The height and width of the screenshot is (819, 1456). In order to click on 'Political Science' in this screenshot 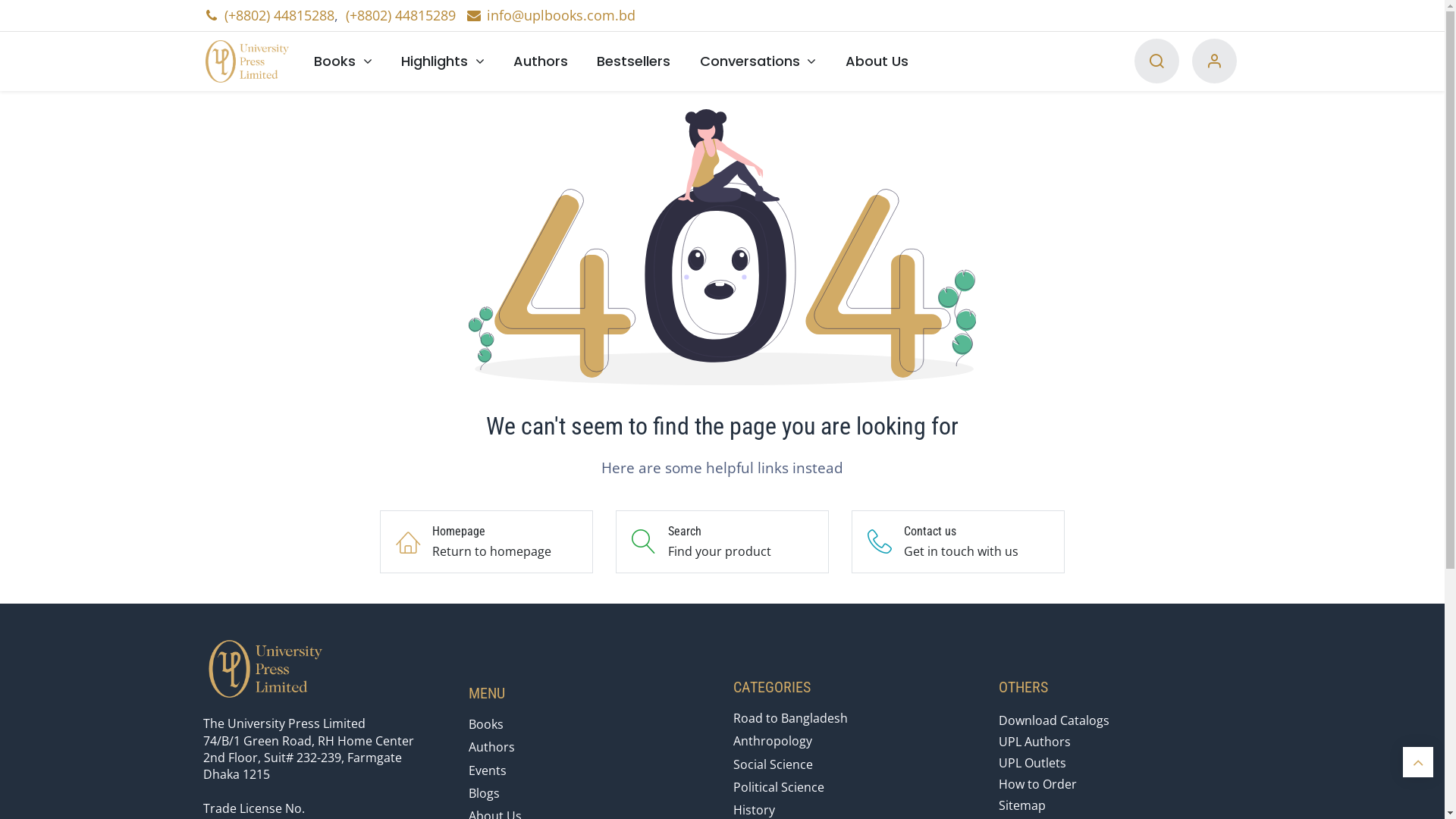, I will do `click(779, 786)`.